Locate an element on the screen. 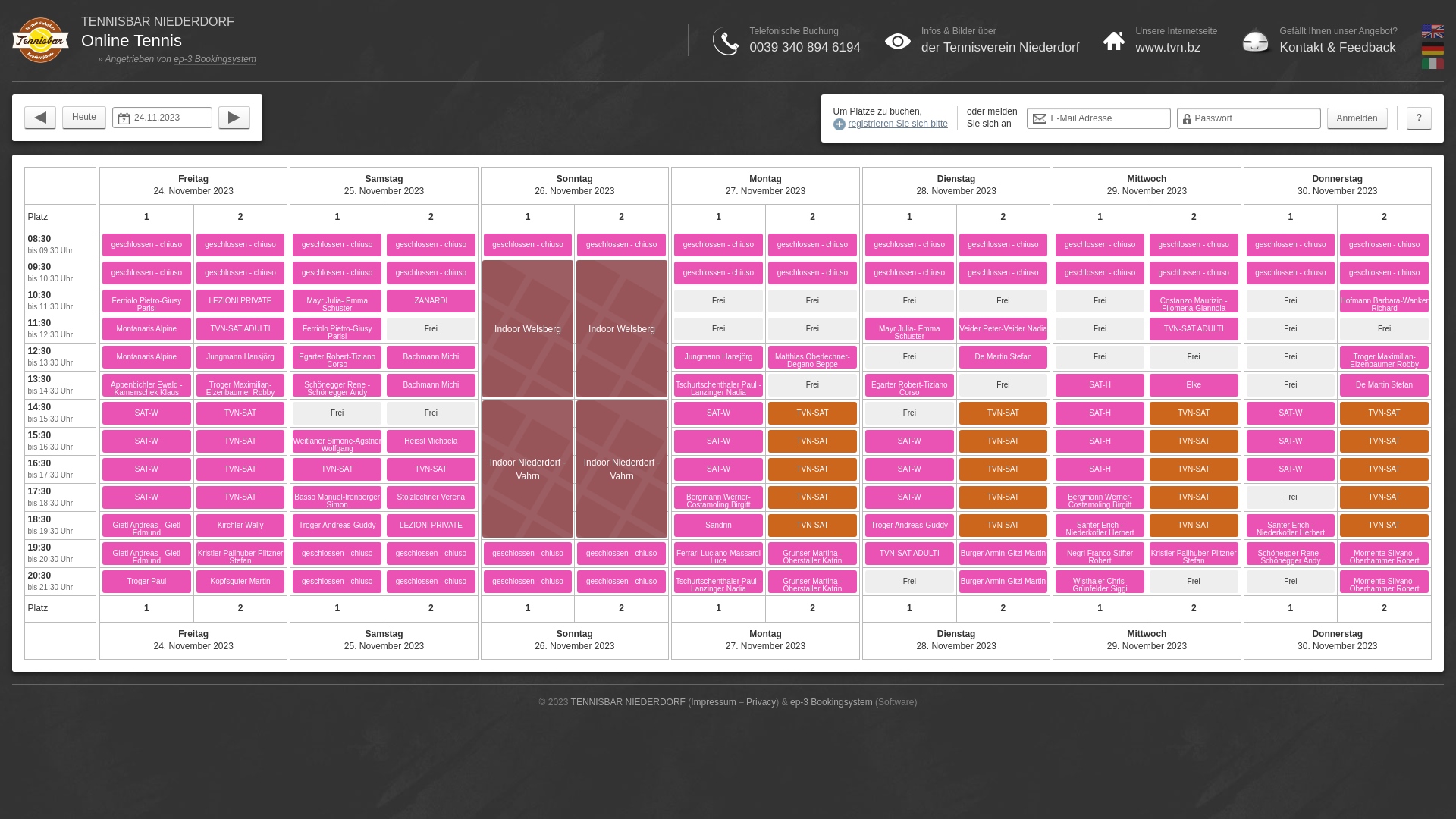  'Heute' is located at coordinates (83, 116).